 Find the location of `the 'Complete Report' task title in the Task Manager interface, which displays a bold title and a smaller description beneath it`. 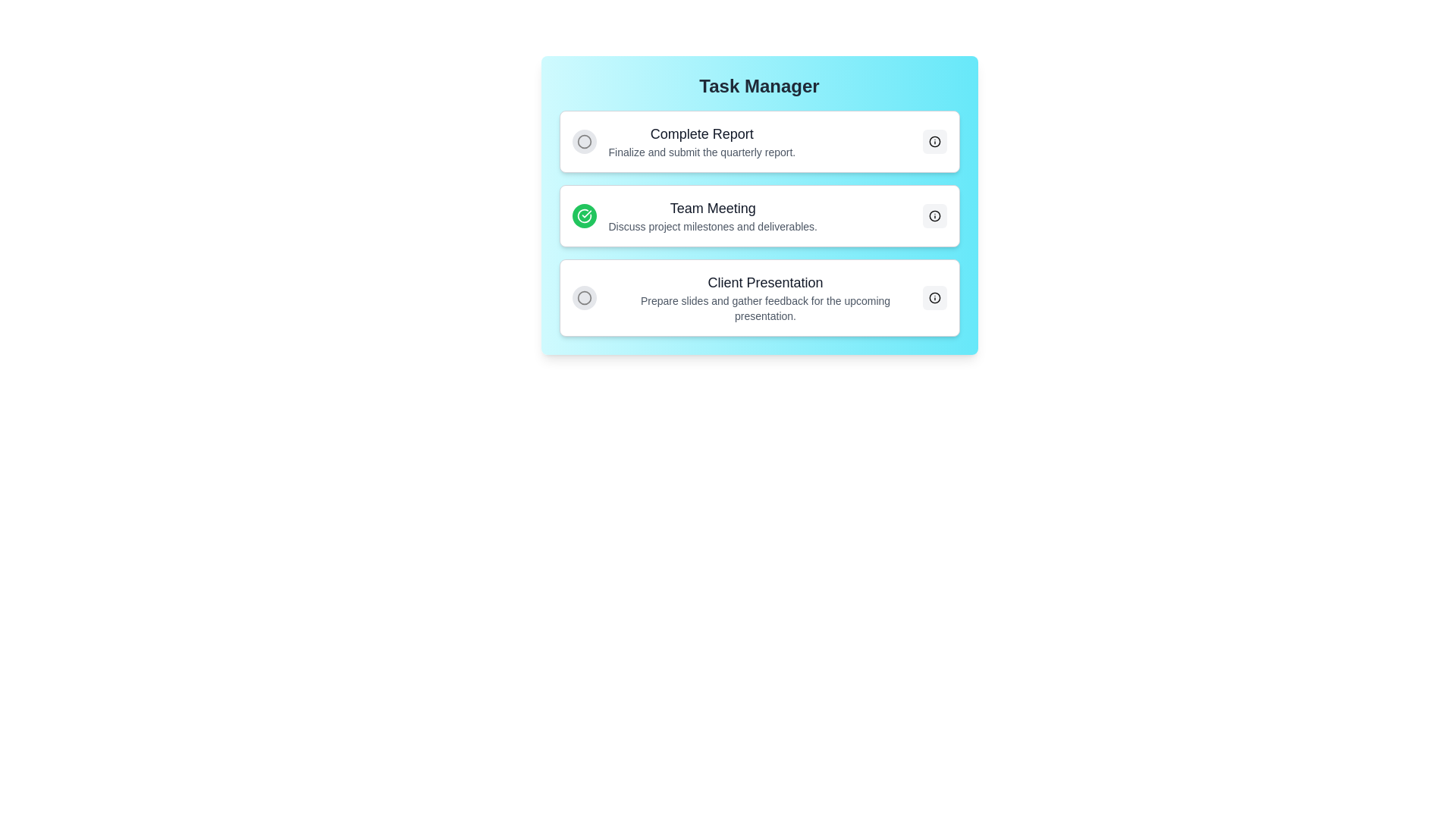

the 'Complete Report' task title in the Task Manager interface, which displays a bold title and a smaller description beneath it is located at coordinates (701, 141).